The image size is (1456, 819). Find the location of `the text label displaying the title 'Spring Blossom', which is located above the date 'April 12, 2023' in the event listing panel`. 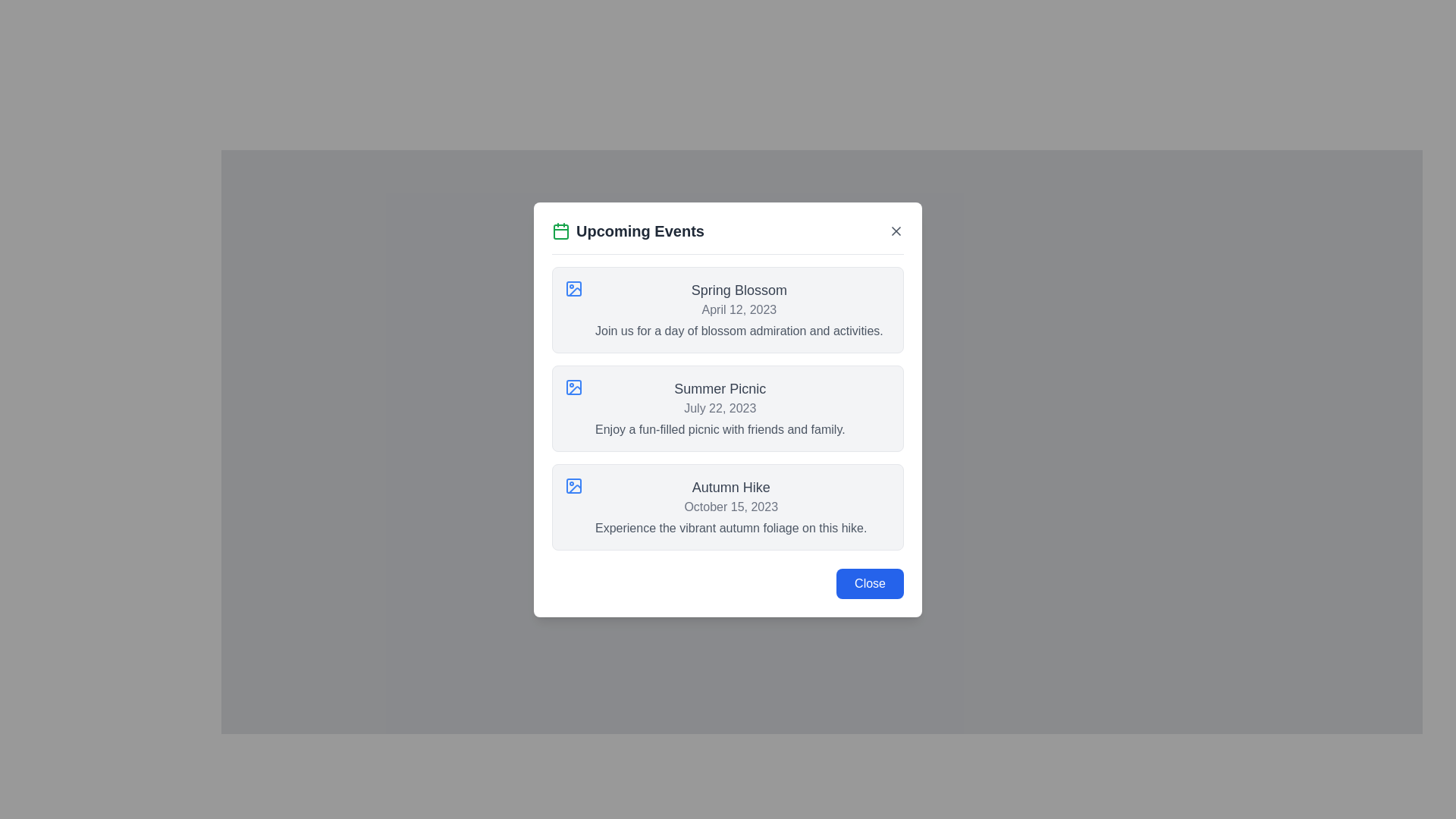

the text label displaying the title 'Spring Blossom', which is located above the date 'April 12, 2023' in the event listing panel is located at coordinates (739, 290).